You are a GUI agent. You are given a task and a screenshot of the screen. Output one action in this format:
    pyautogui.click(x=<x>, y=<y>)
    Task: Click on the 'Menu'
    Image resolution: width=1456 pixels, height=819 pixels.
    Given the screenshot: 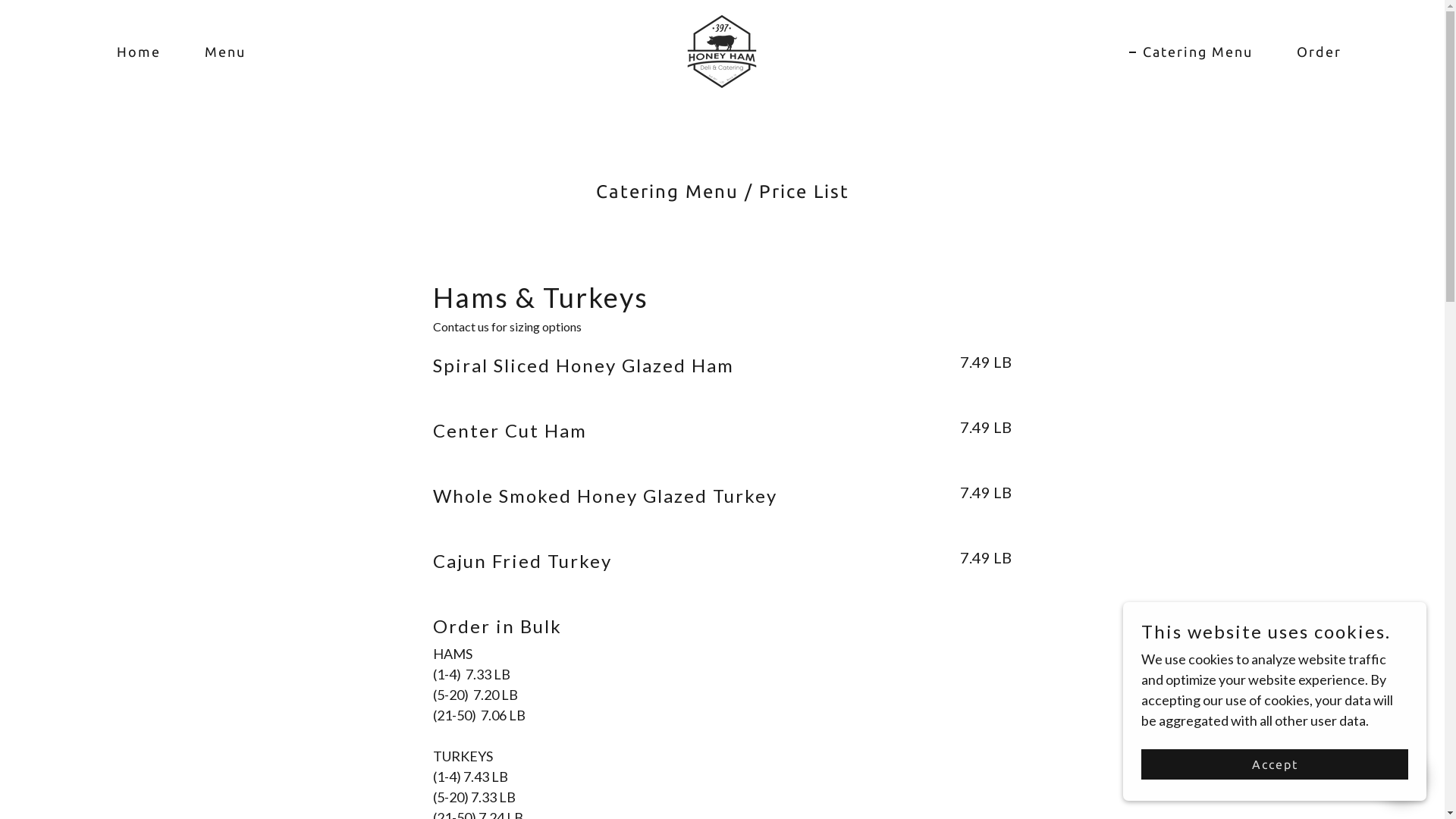 What is the action you would take?
    pyautogui.click(x=218, y=51)
    